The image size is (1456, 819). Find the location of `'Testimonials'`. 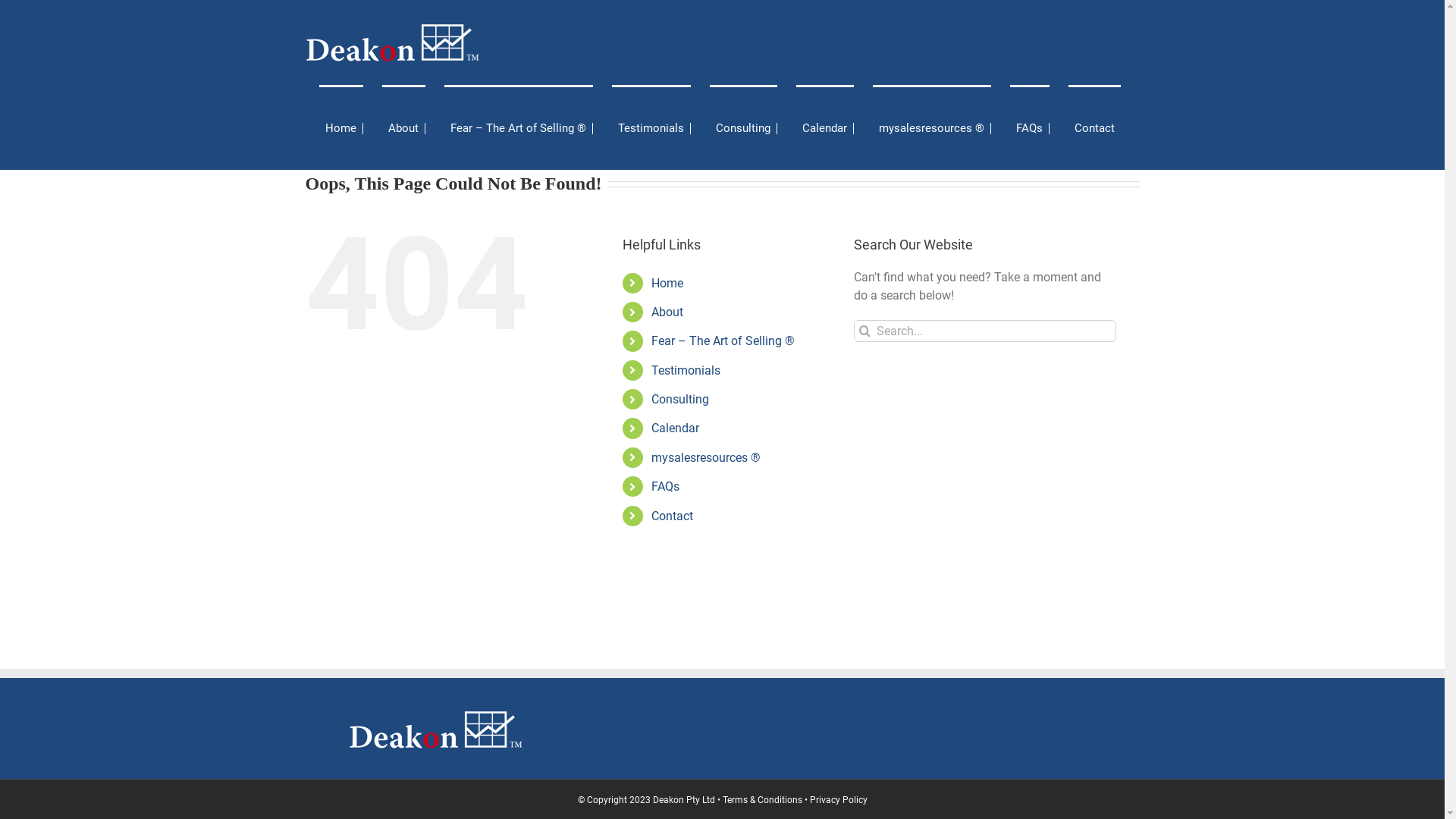

'Testimonials' is located at coordinates (685, 370).